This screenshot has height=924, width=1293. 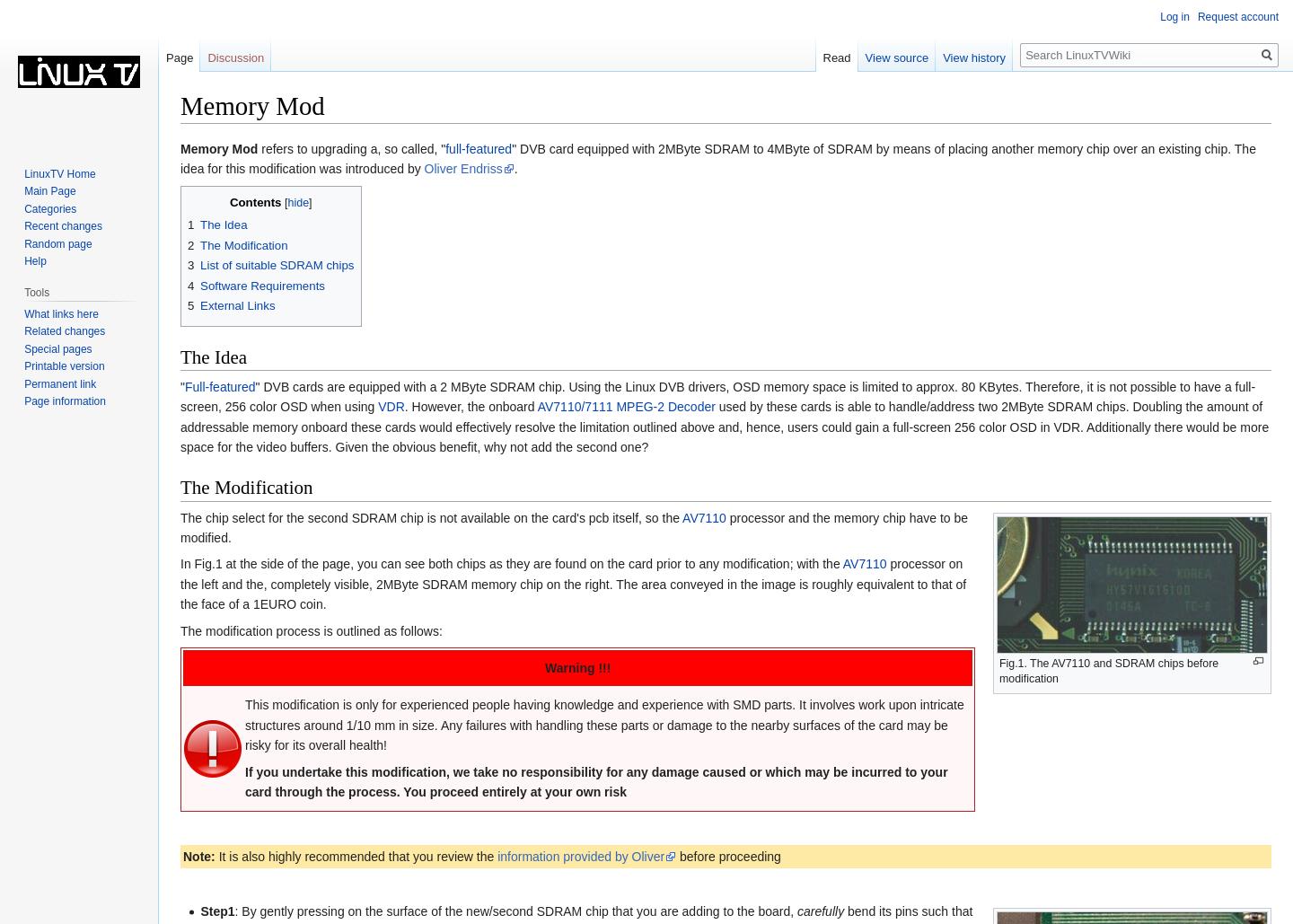 I want to click on 'Full-featured', so click(x=218, y=385).